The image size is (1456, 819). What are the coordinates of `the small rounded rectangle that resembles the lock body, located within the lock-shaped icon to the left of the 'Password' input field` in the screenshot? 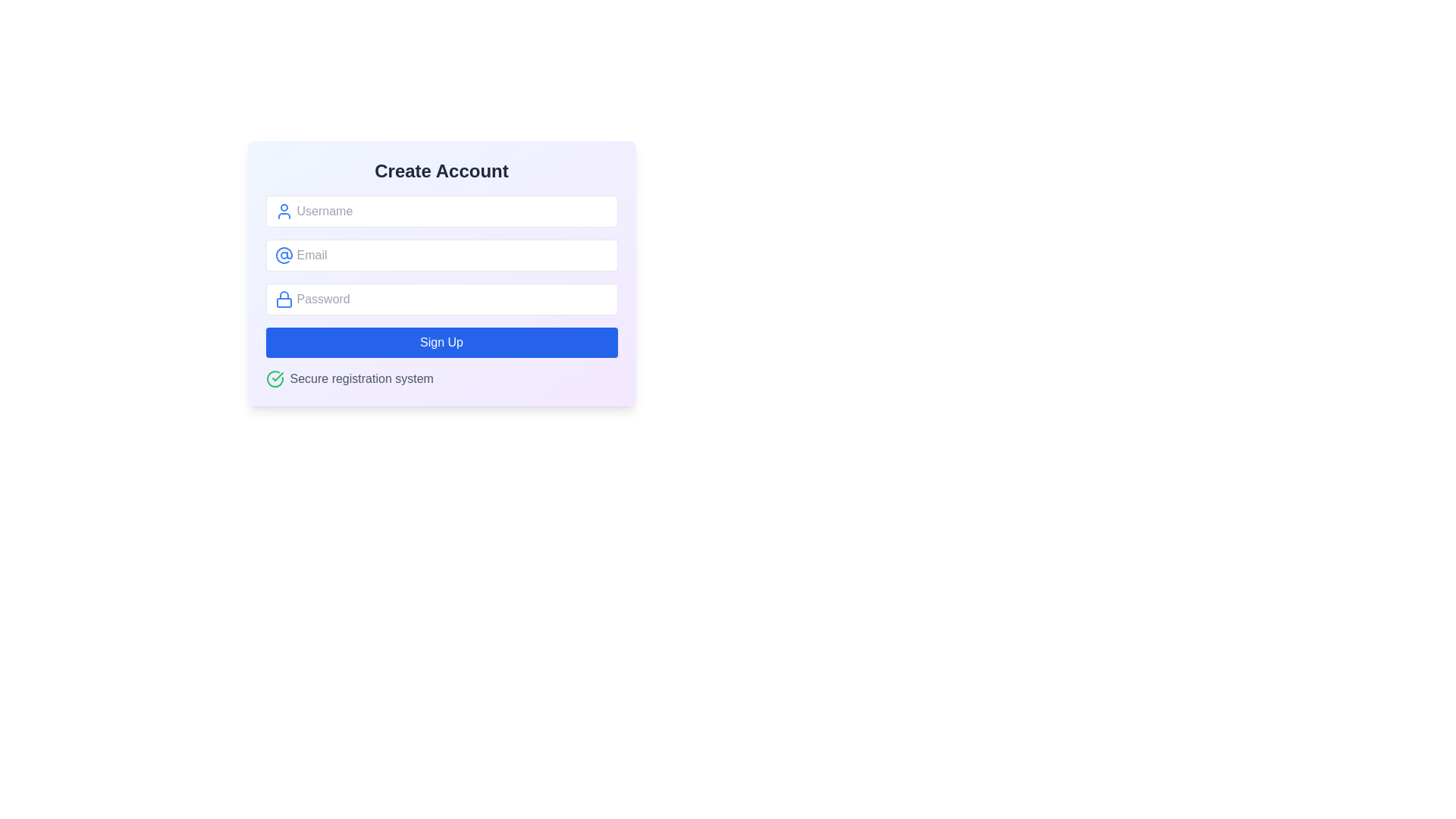 It's located at (284, 303).